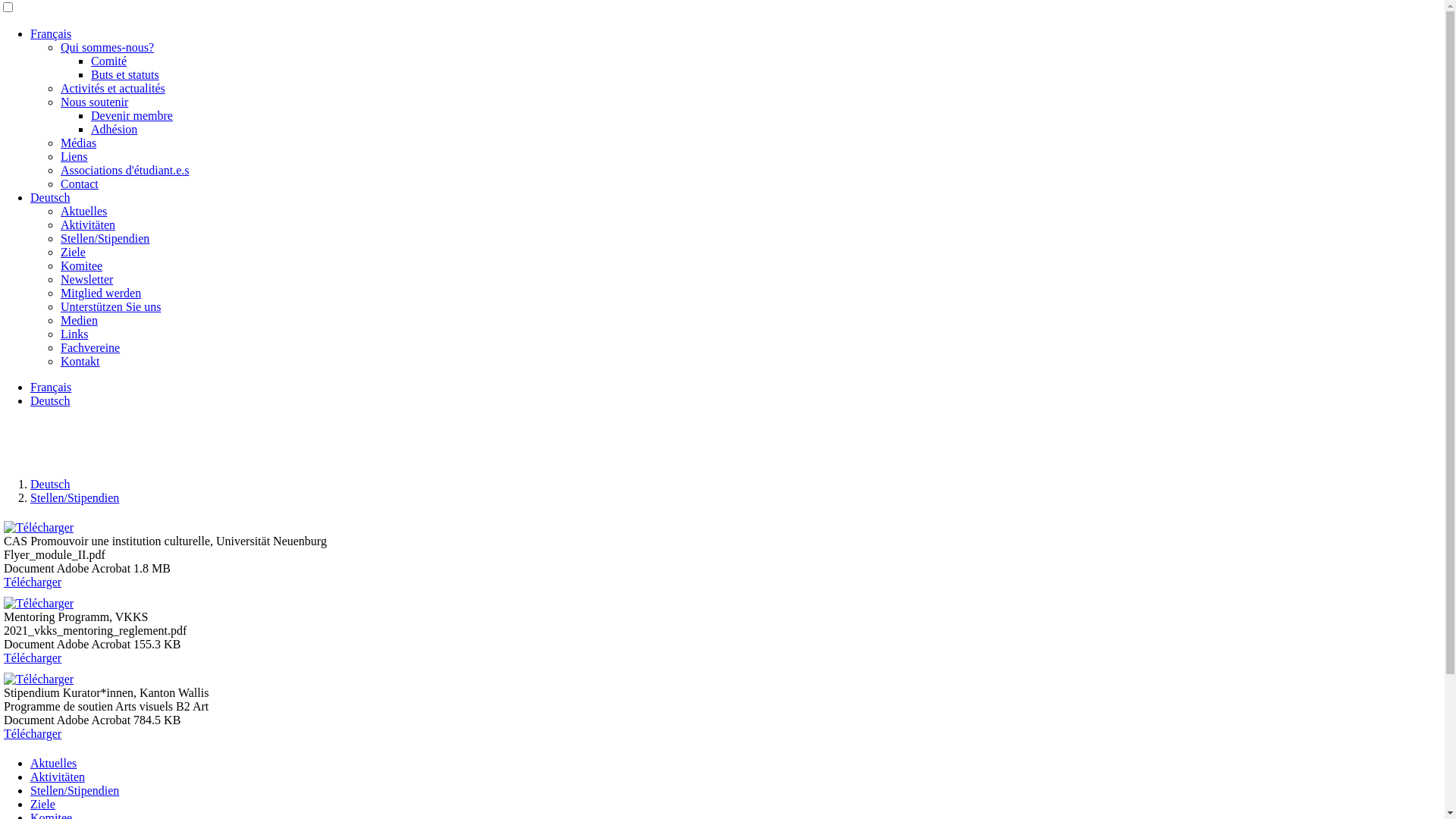 This screenshot has width=1456, height=819. I want to click on 'Aktuelles', so click(83, 211).